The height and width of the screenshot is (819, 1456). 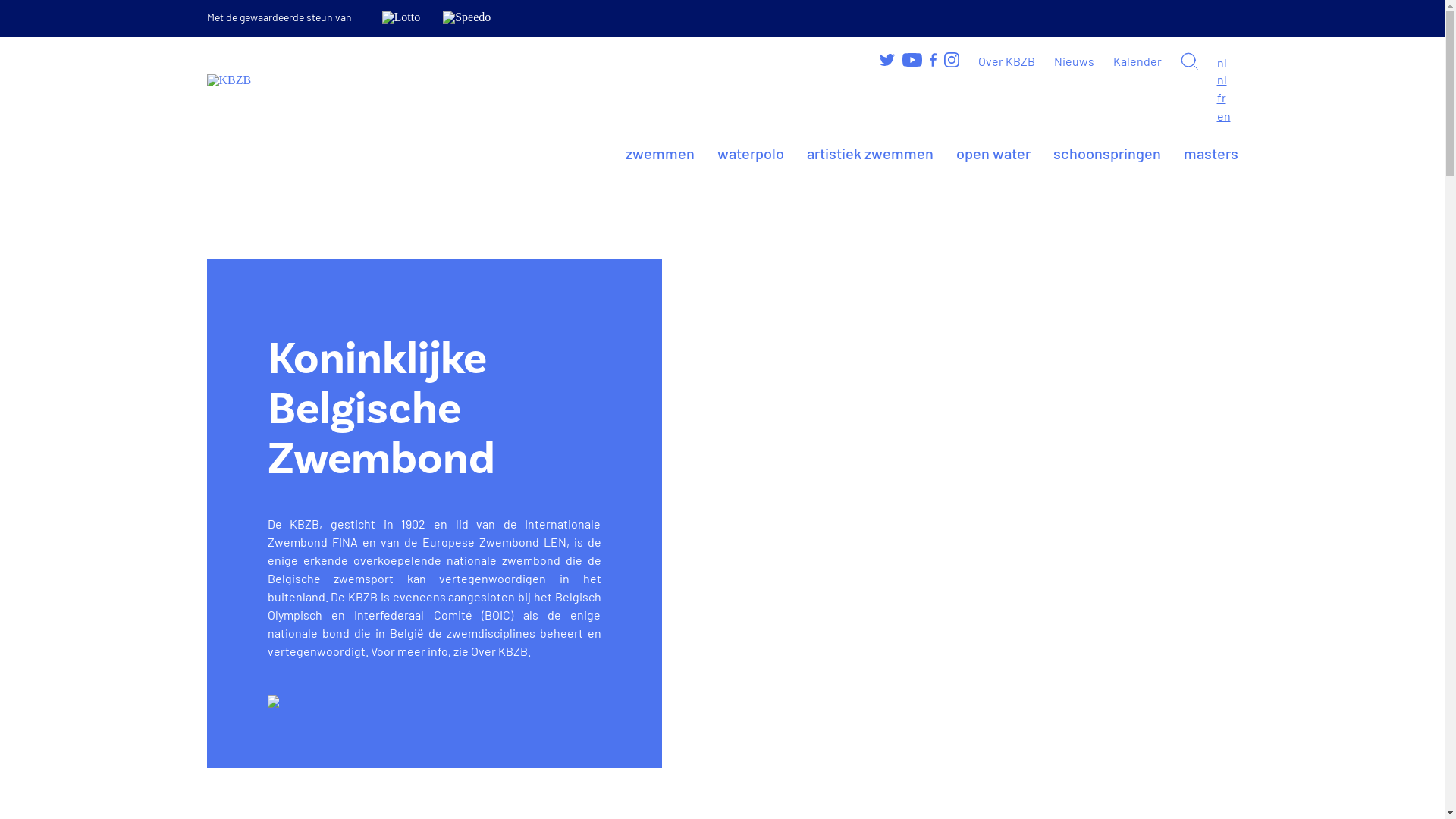 What do you see at coordinates (887, 58) in the screenshot?
I see `'Volg ons op Twitter'` at bounding box center [887, 58].